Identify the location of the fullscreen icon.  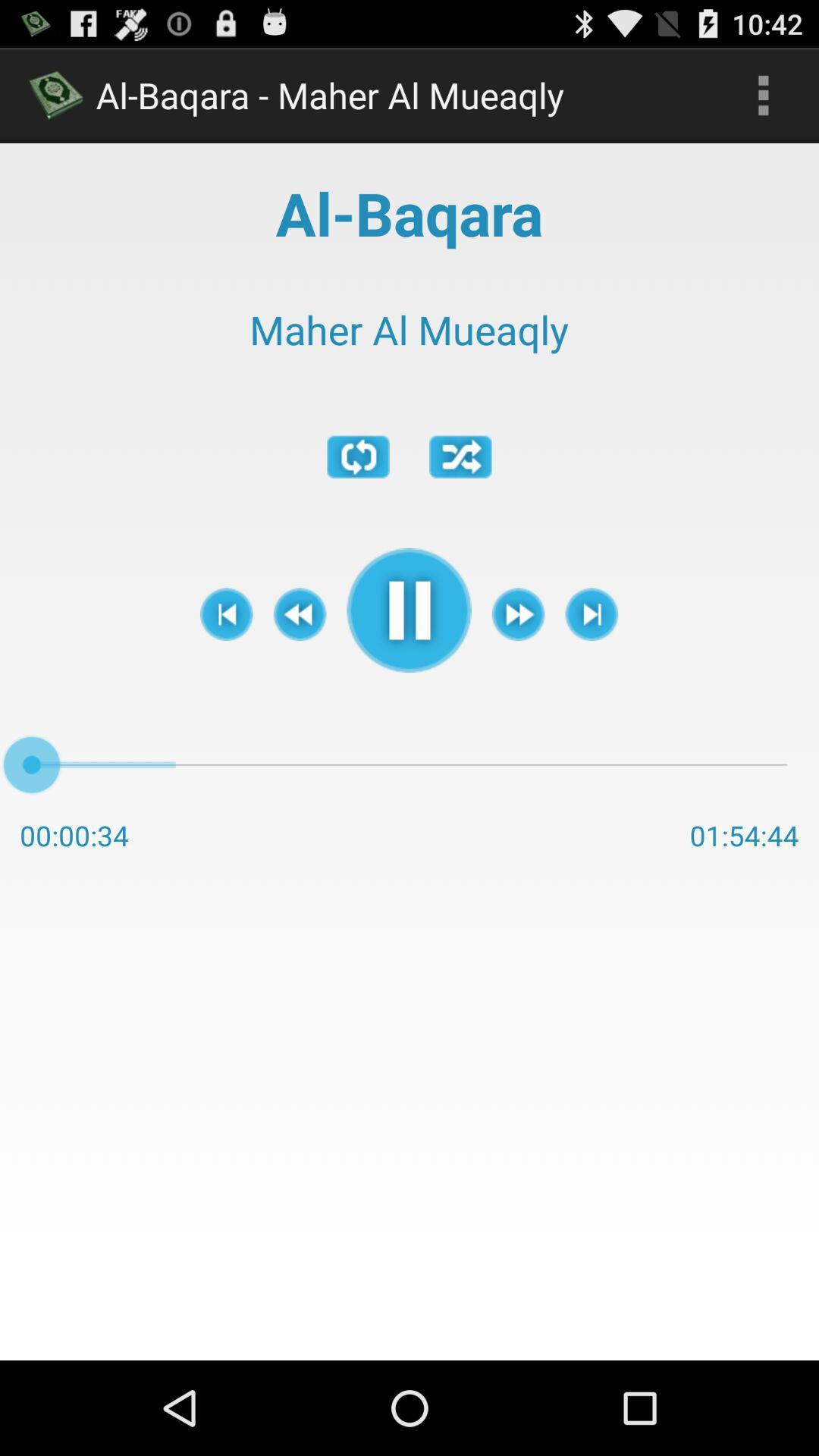
(460, 488).